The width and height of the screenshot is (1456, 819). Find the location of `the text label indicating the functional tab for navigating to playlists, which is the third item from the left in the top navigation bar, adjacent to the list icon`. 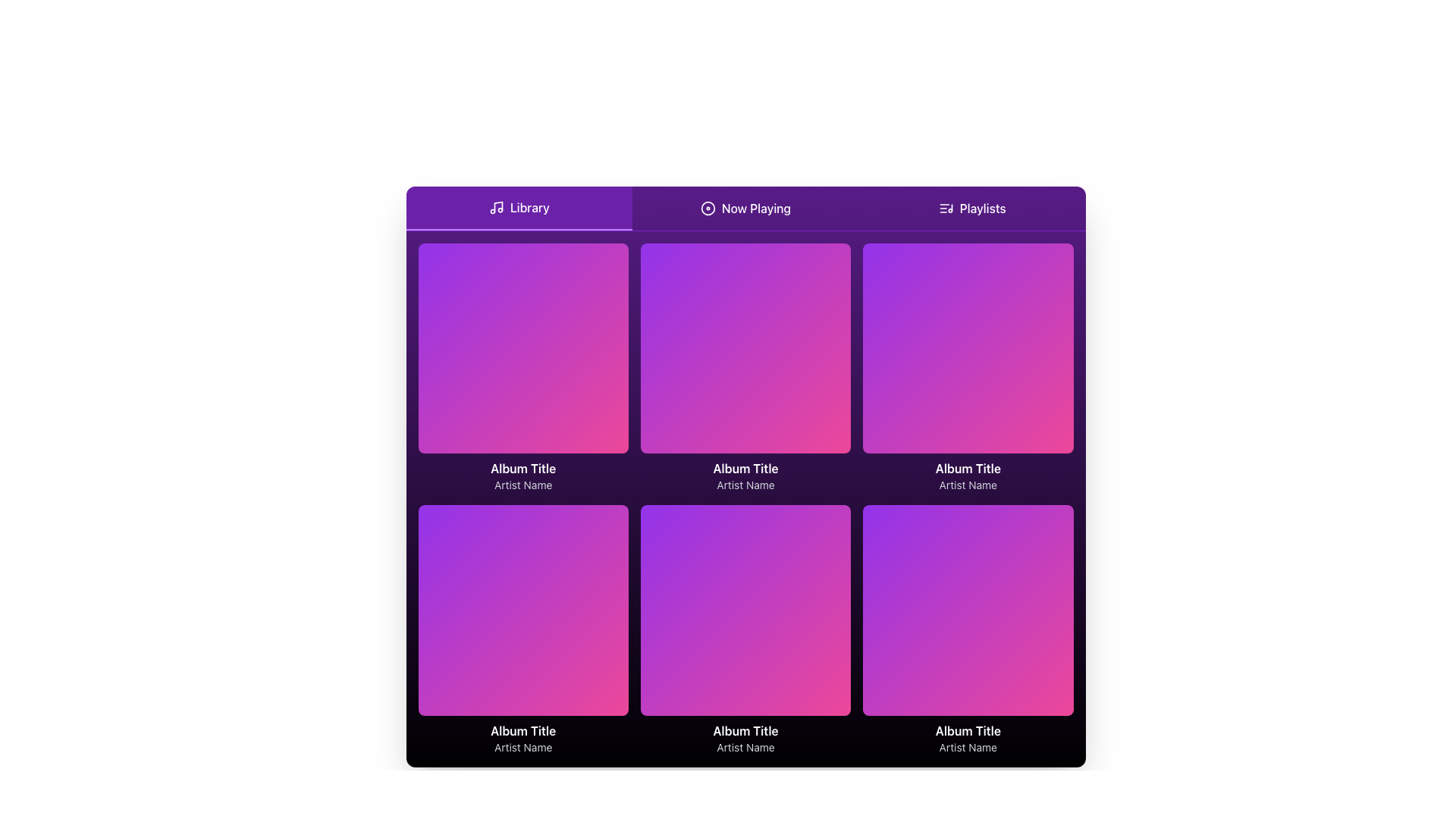

the text label indicating the functional tab for navigating to playlists, which is the third item from the left in the top navigation bar, adjacent to the list icon is located at coordinates (983, 208).